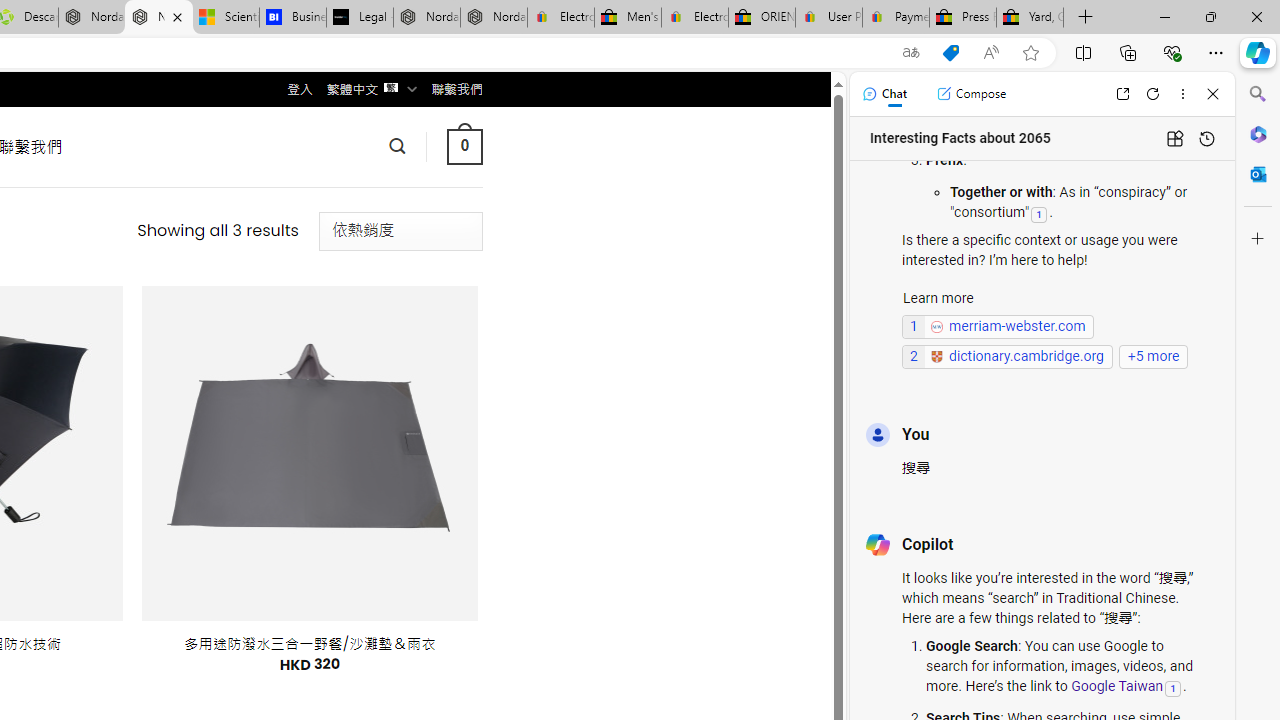  What do you see at coordinates (463, 145) in the screenshot?
I see `' 0 '` at bounding box center [463, 145].